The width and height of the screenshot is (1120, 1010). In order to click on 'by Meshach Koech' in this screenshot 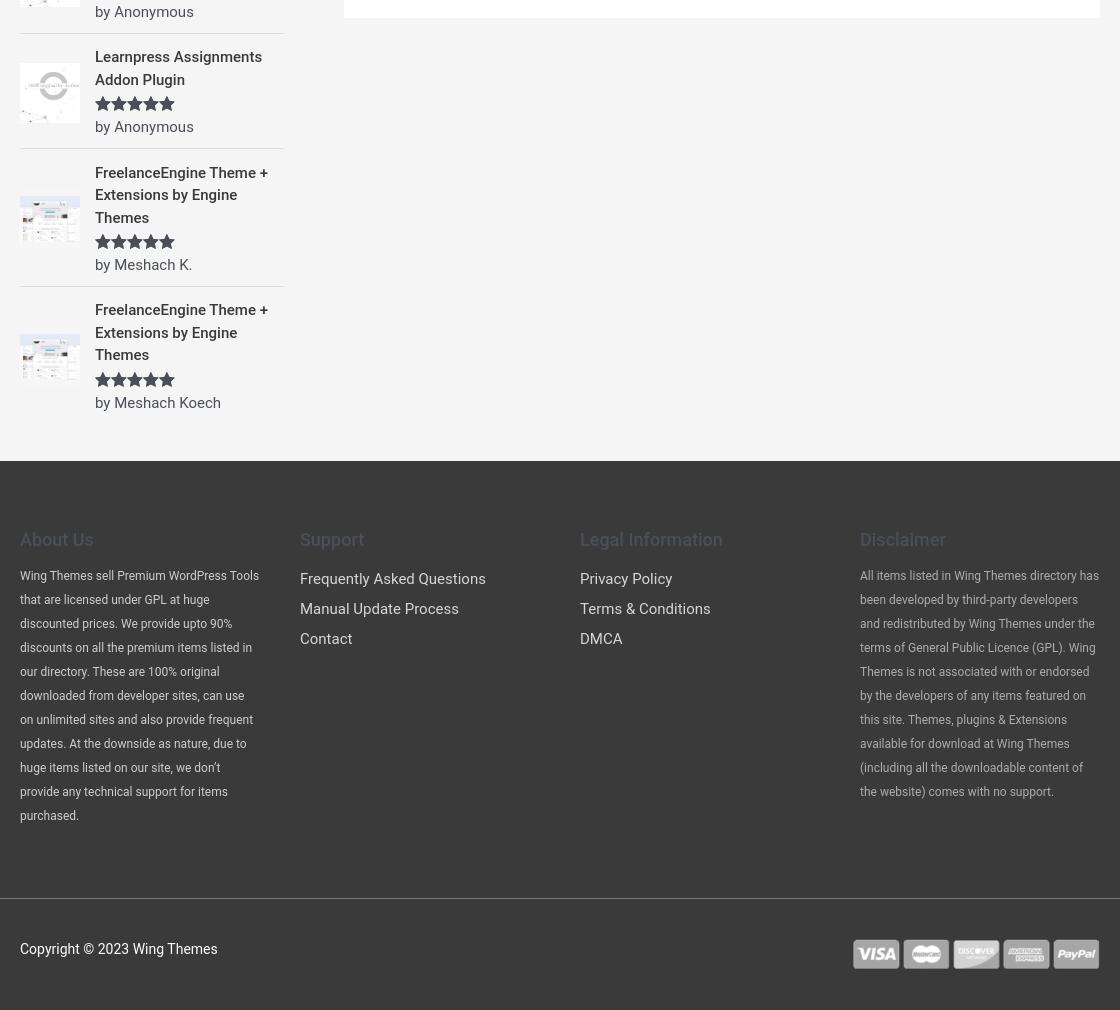, I will do `click(158, 401)`.